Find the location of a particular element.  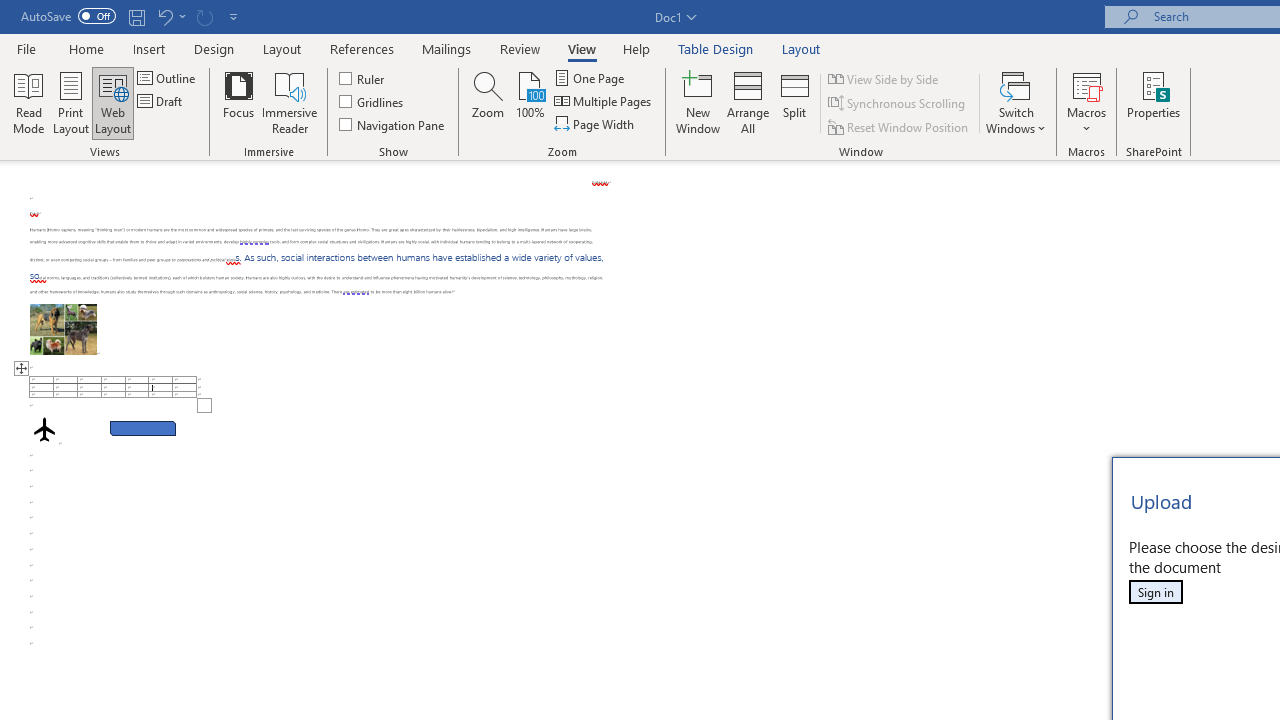

'Properties' is located at coordinates (1153, 103).